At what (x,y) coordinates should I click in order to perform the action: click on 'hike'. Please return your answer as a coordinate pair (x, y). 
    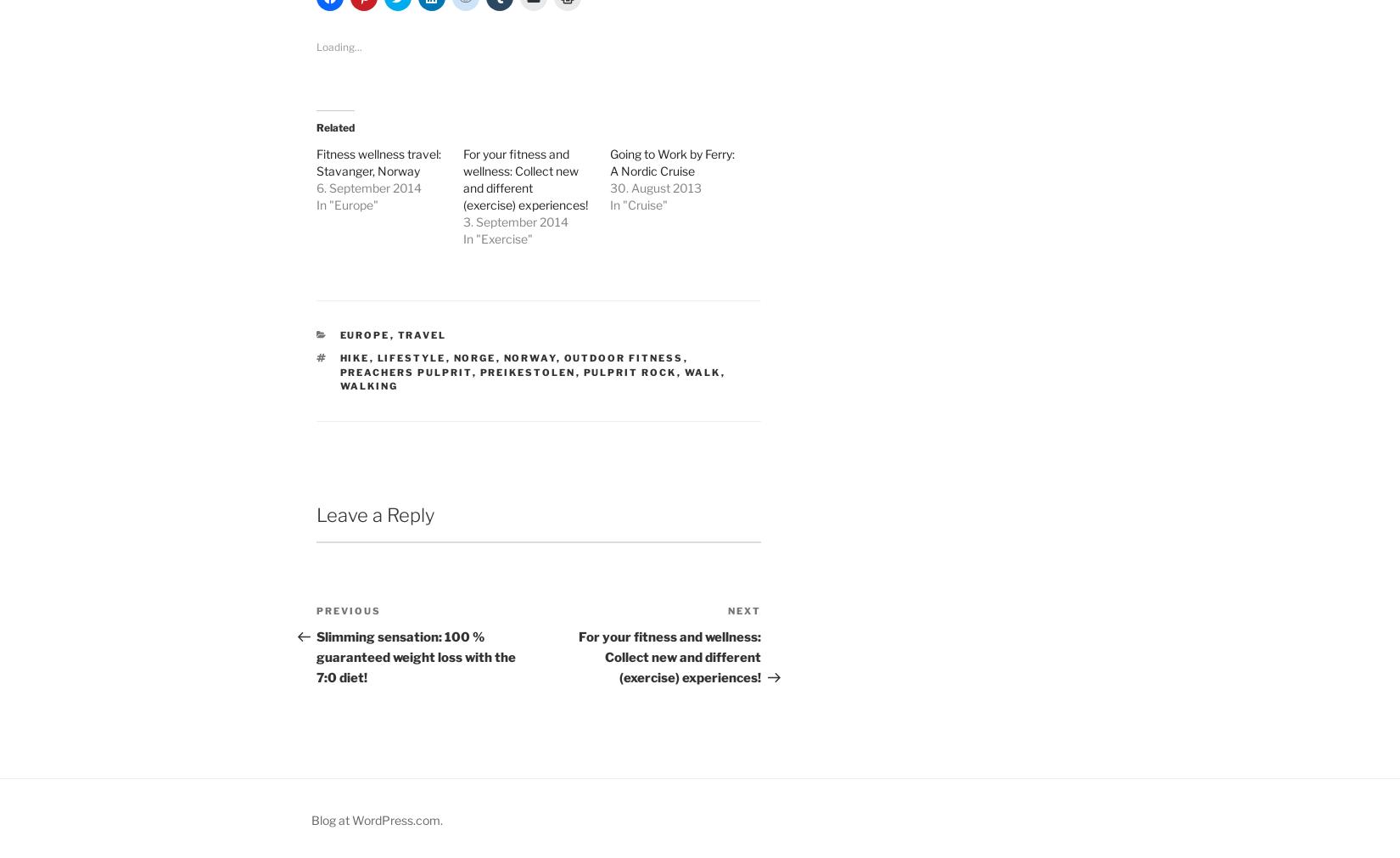
    Looking at the image, I should click on (353, 356).